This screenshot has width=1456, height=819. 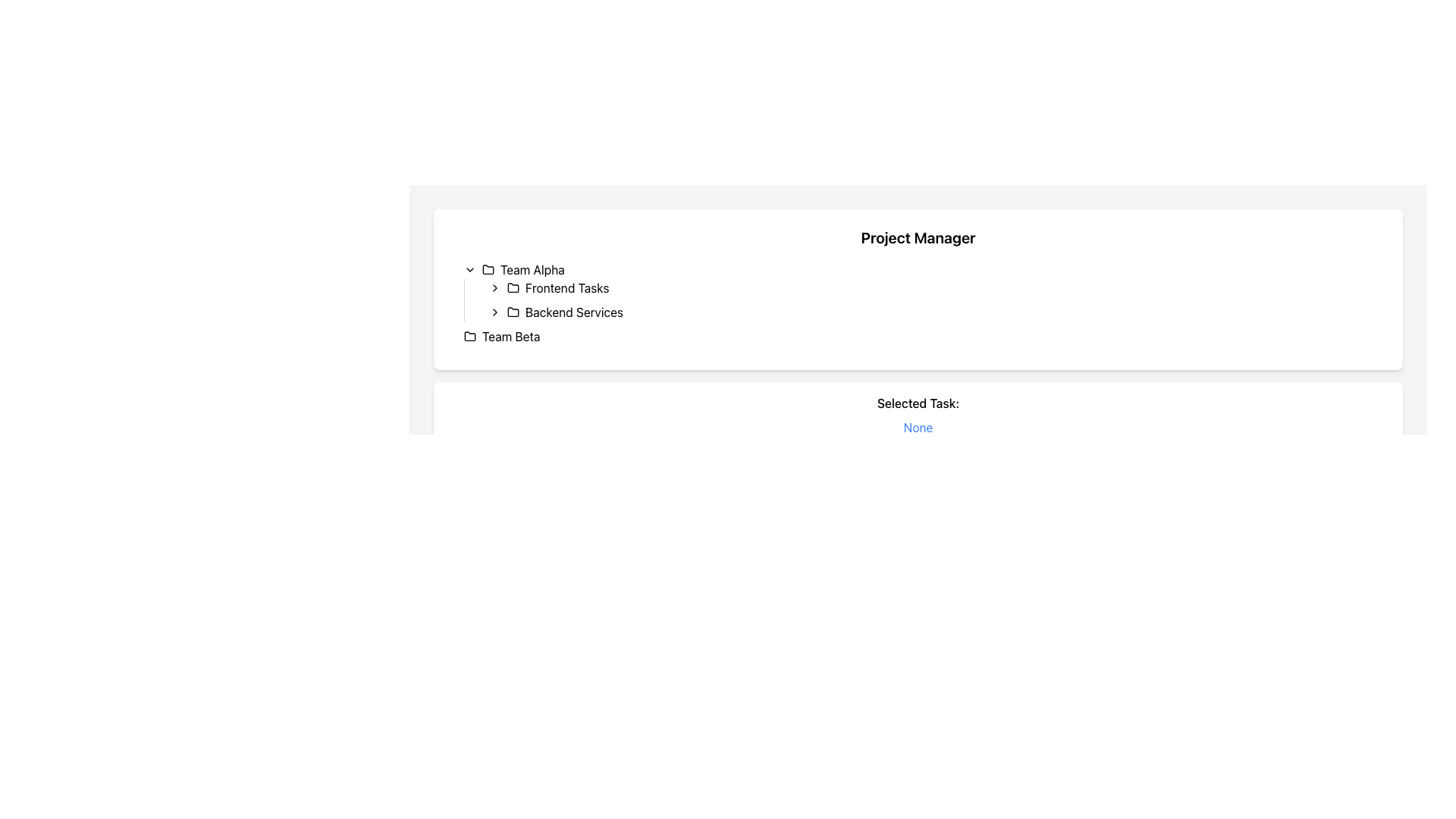 What do you see at coordinates (469, 268) in the screenshot?
I see `the downward-oriented chevron icon` at bounding box center [469, 268].